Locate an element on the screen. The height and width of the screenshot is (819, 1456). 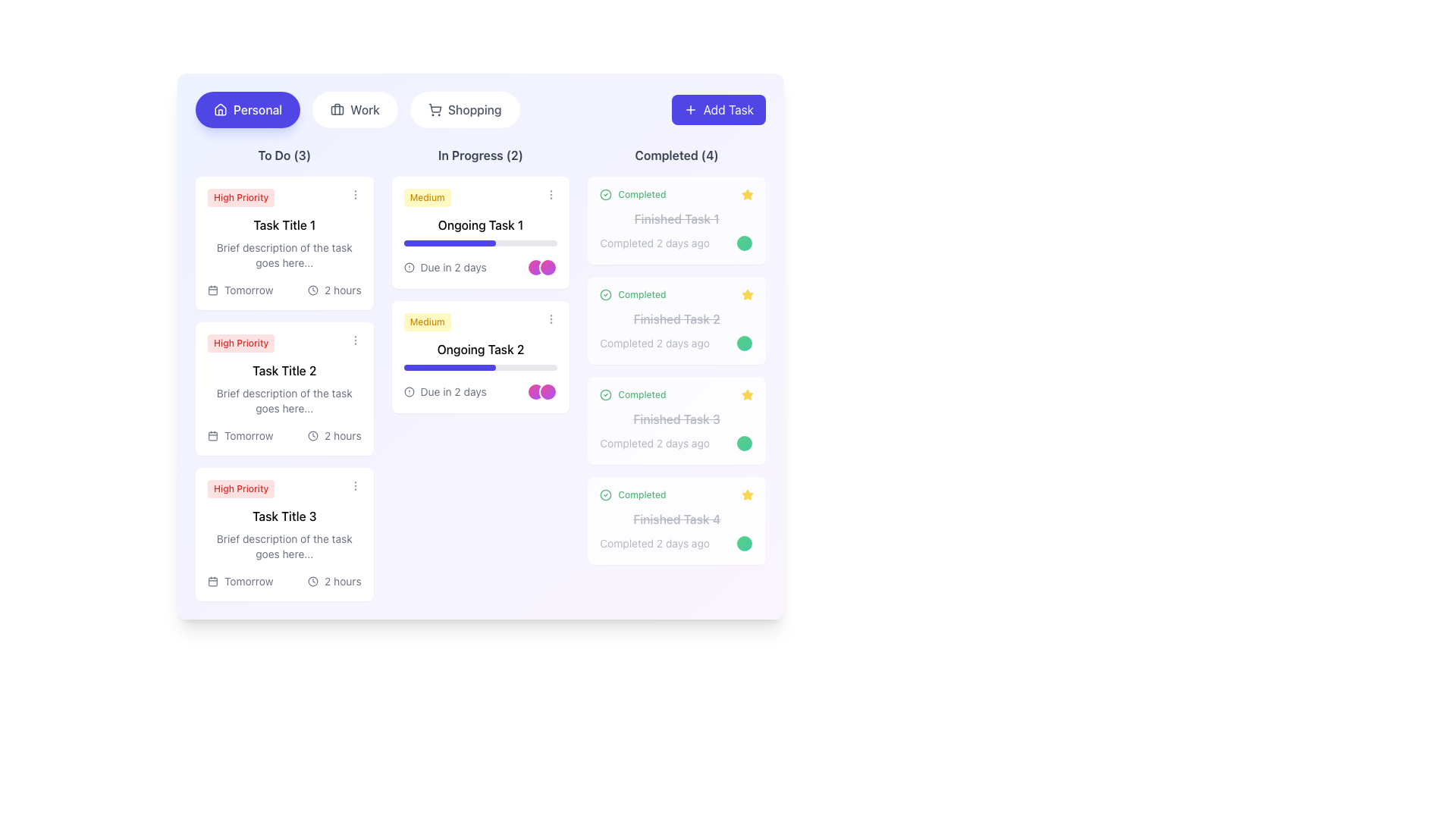
the 'Personal' text label within the navigational button to trigger any associated effects is located at coordinates (258, 109).